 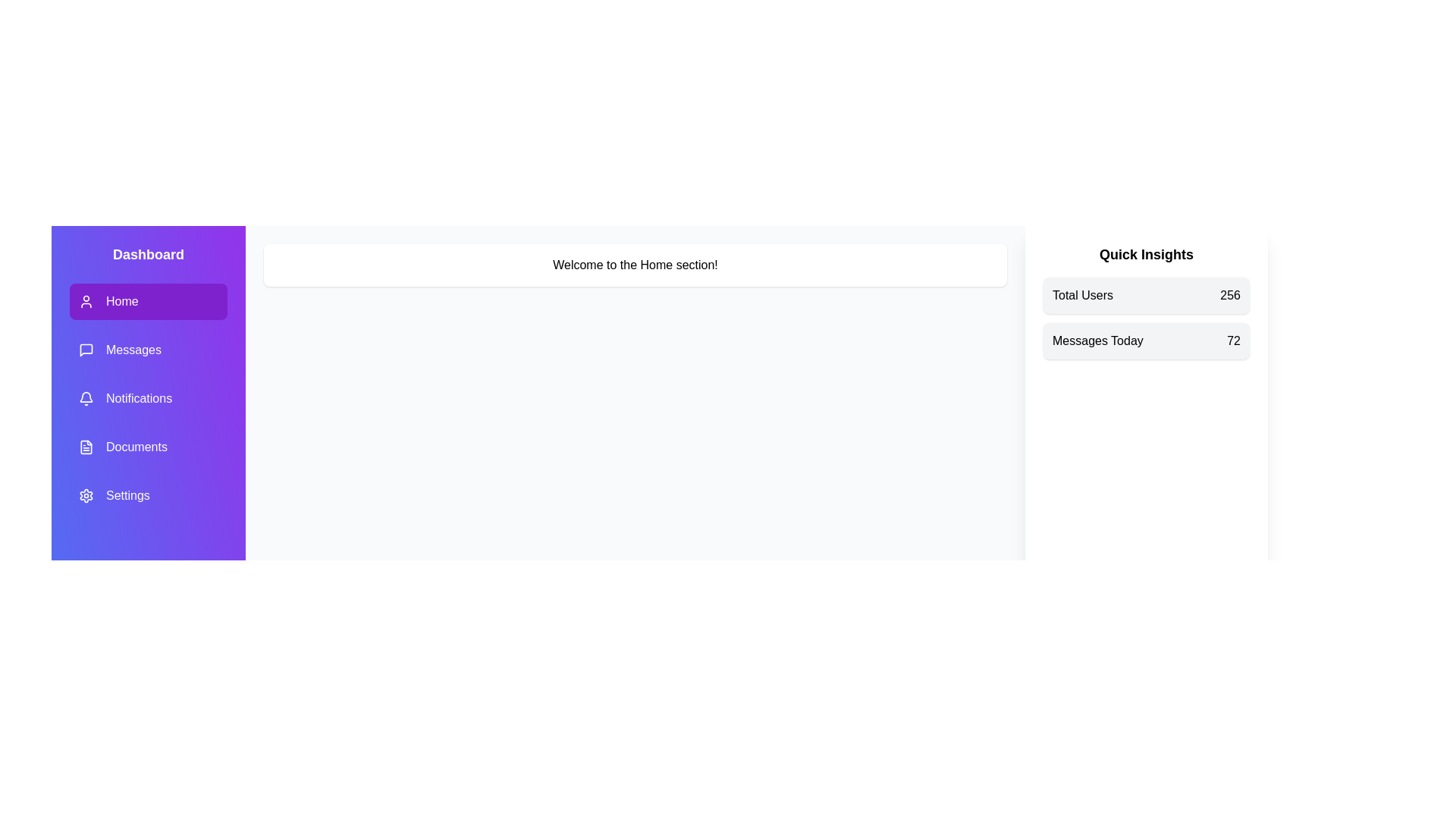 I want to click on the circular user silhouette icon located in the sidebar next to the 'Home' text label, so click(x=86, y=301).